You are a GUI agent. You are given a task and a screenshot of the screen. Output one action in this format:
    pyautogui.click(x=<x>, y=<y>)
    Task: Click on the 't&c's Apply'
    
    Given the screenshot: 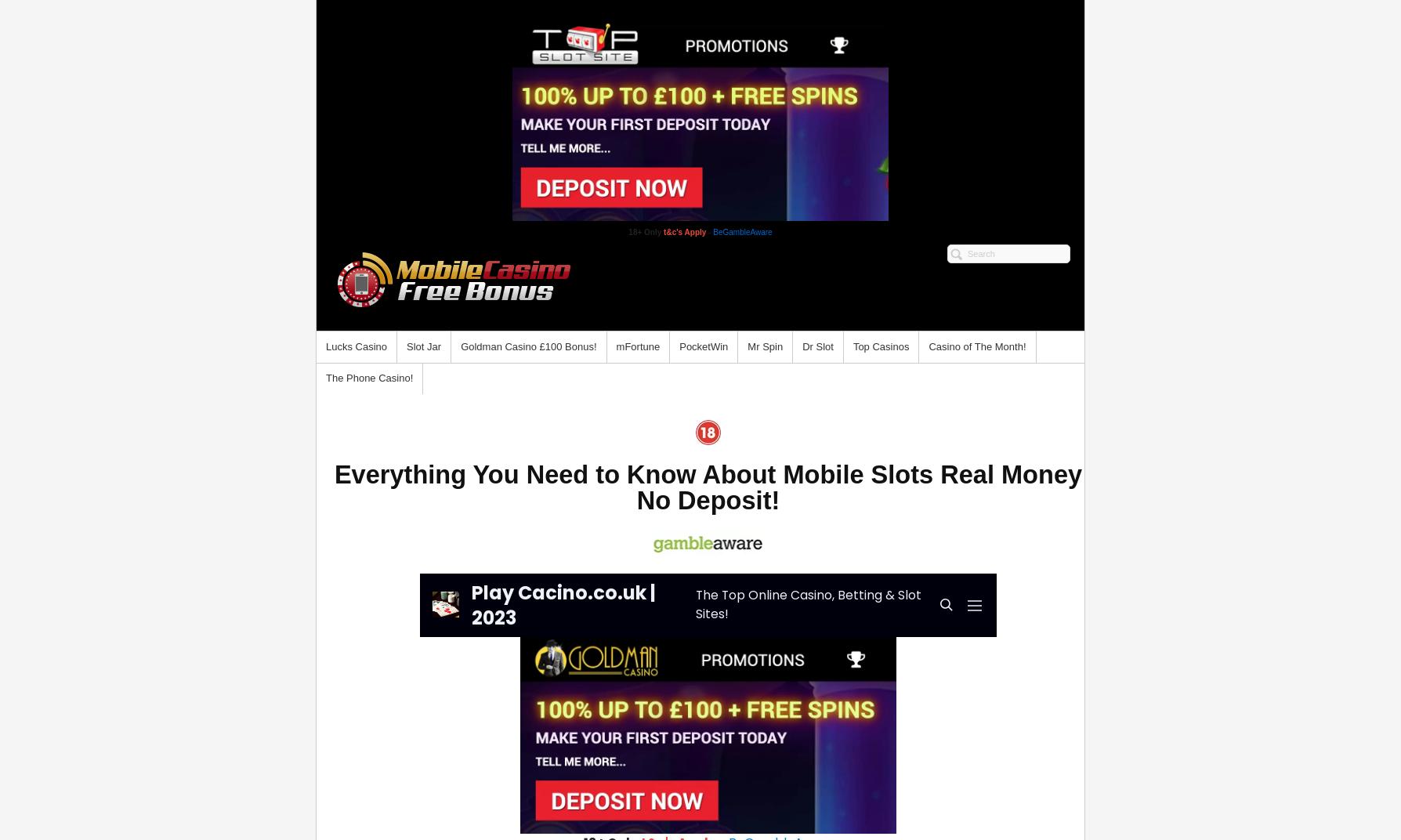 What is the action you would take?
    pyautogui.click(x=683, y=231)
    